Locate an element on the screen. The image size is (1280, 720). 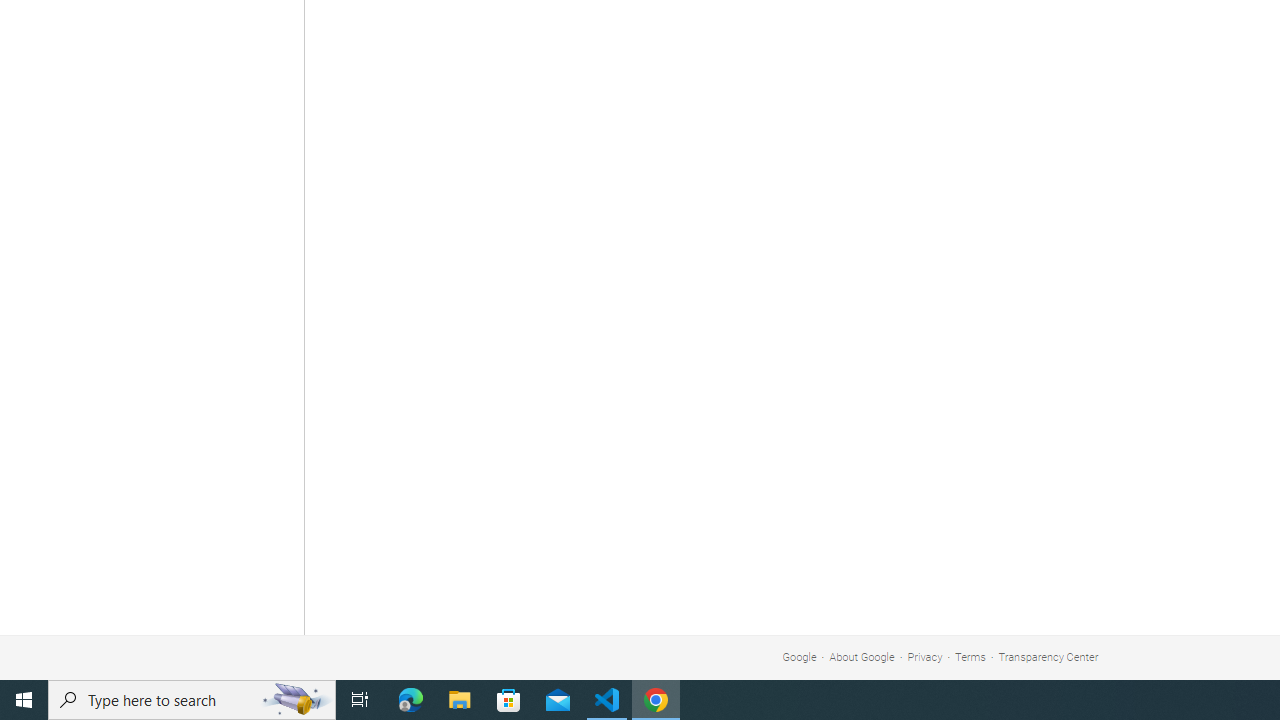
'Transparency Center' is located at coordinates (1047, 657).